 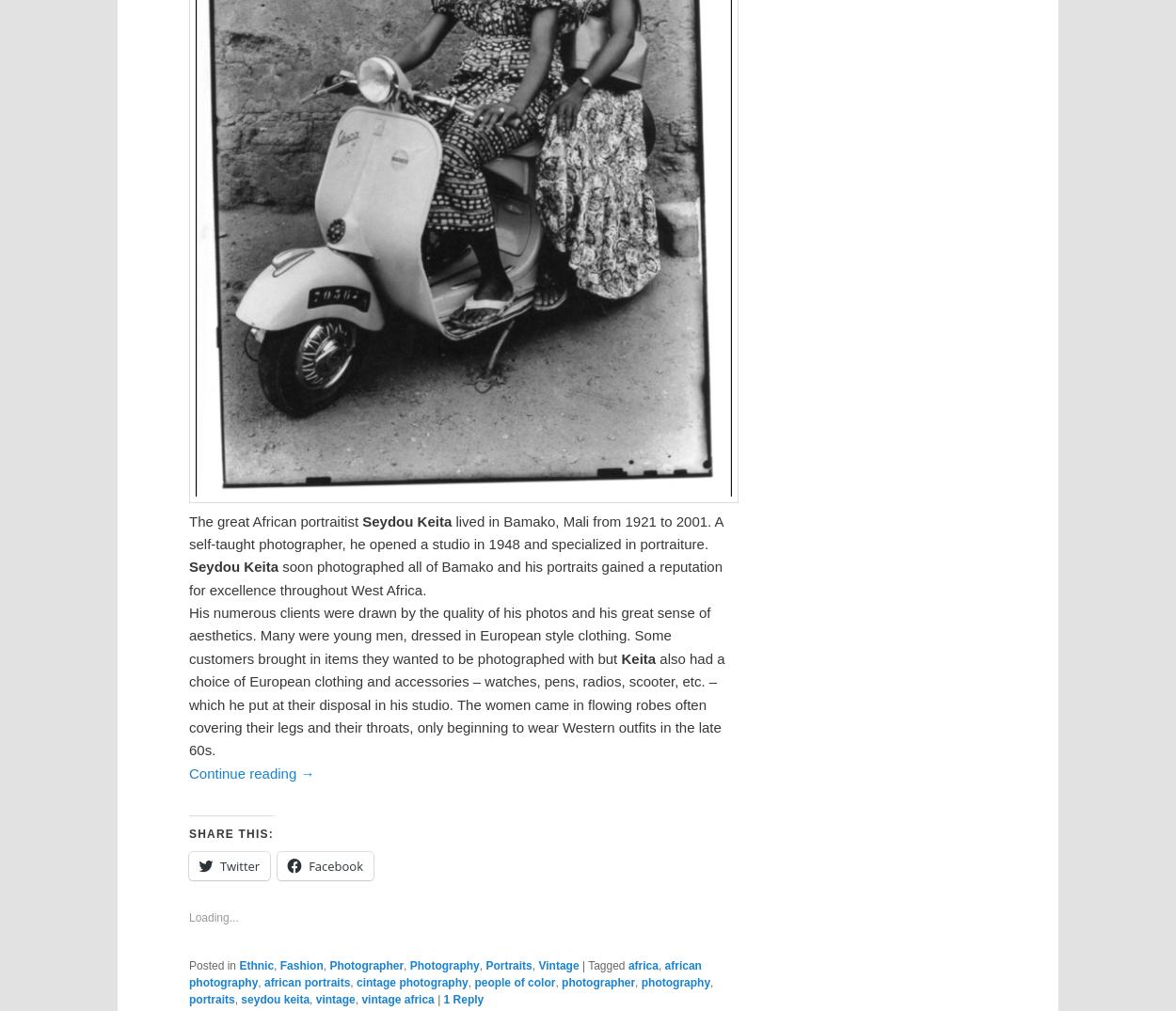 What do you see at coordinates (443, 964) in the screenshot?
I see `'Photography'` at bounding box center [443, 964].